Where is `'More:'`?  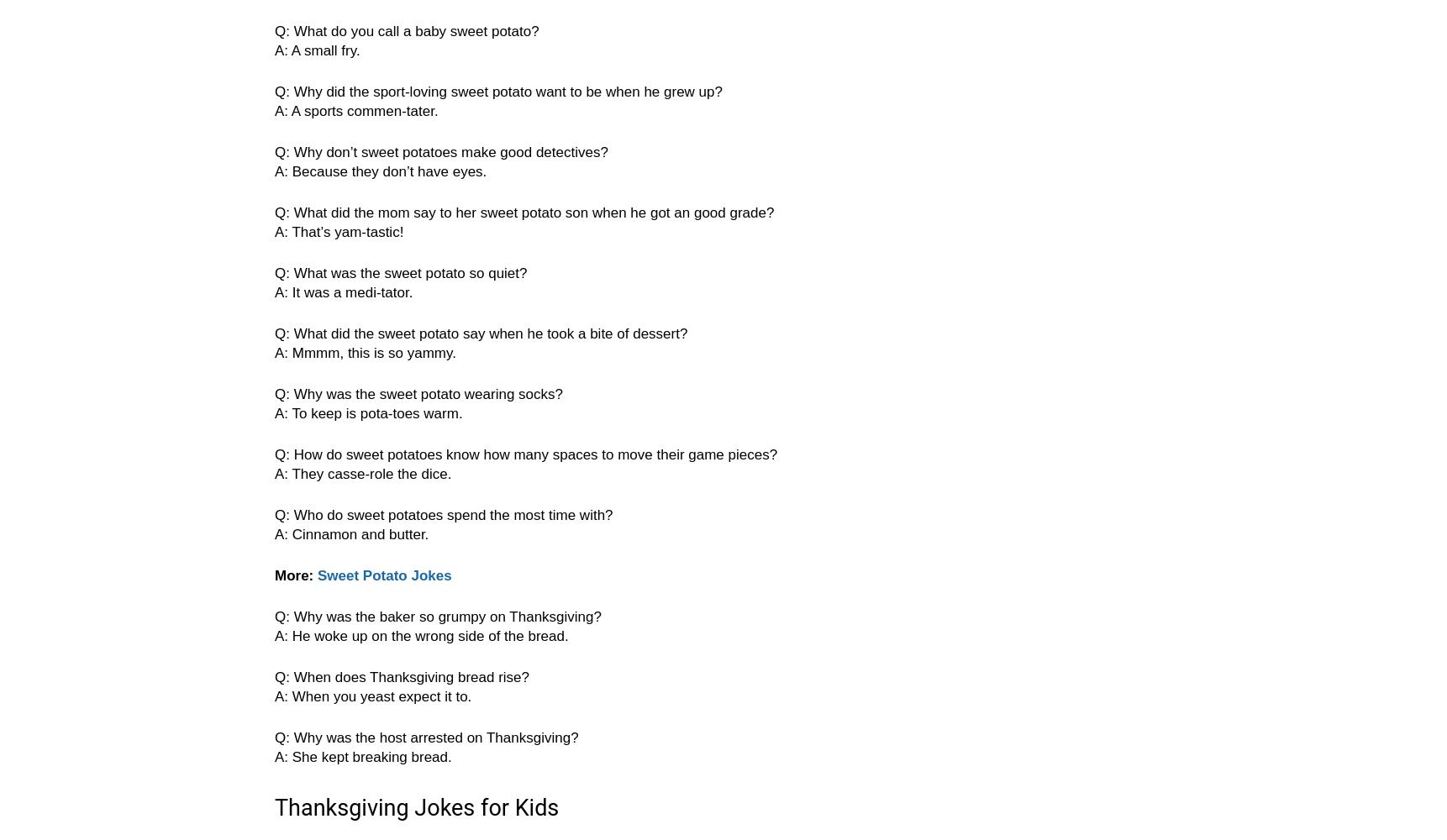
'More:' is located at coordinates (295, 575).